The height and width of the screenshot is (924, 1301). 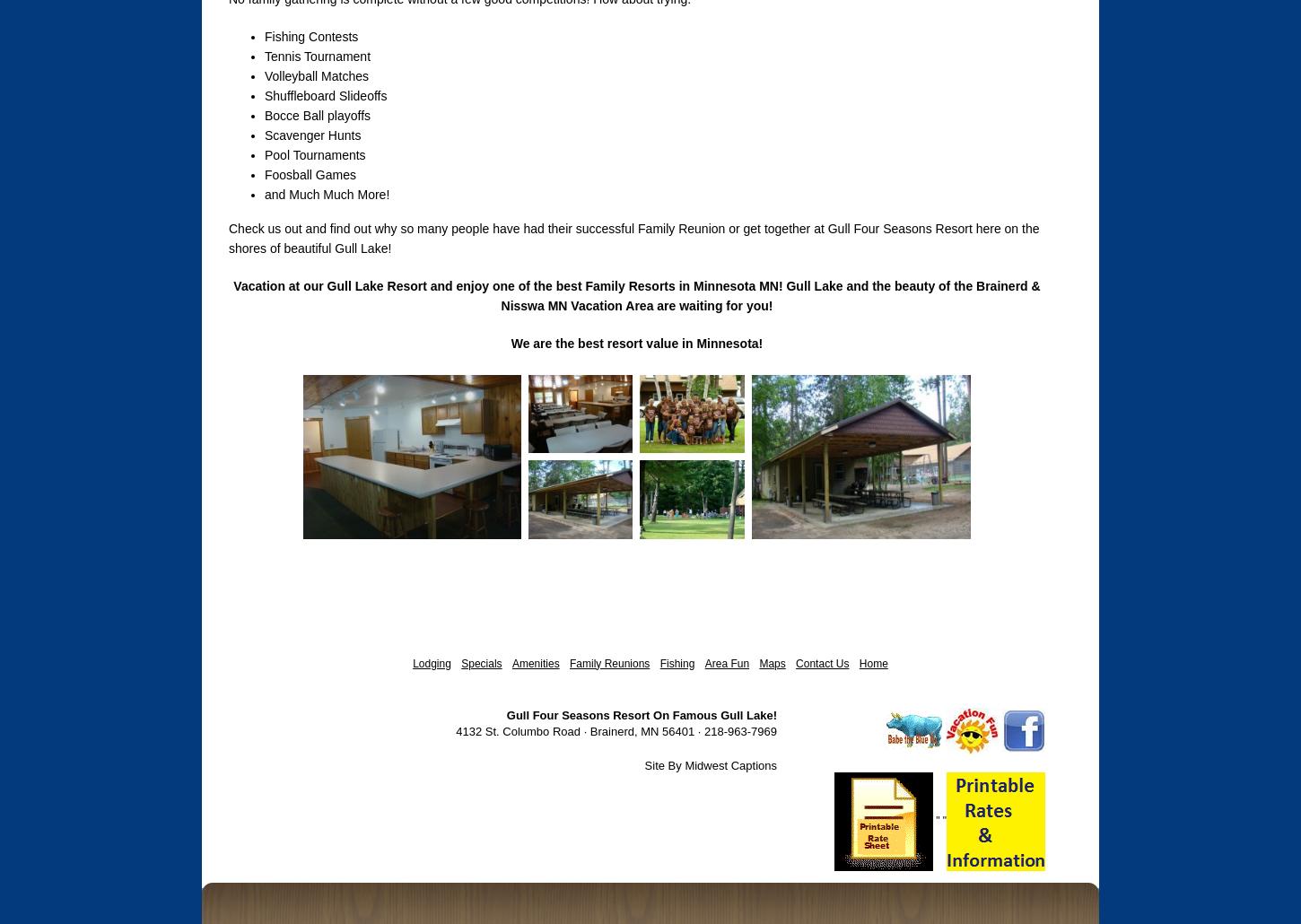 I want to click on 'Tennis Tournament', so click(x=264, y=57).